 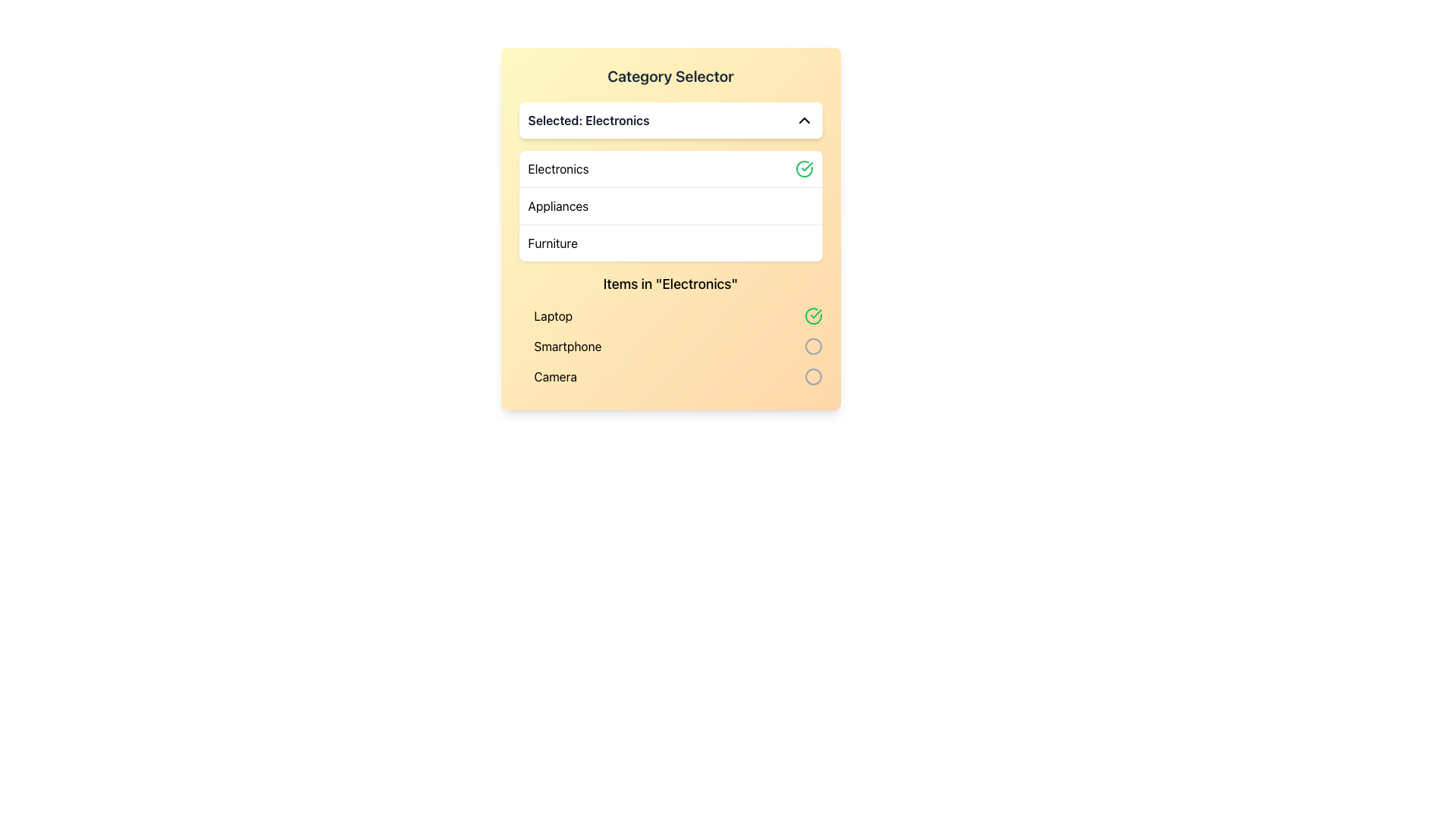 I want to click on the Text Label indicating the category 'Electronics', which is positioned below the category selection menu and above the list of items such as 'Laptop', 'Smartphone', and 'Camera', so click(x=670, y=284).